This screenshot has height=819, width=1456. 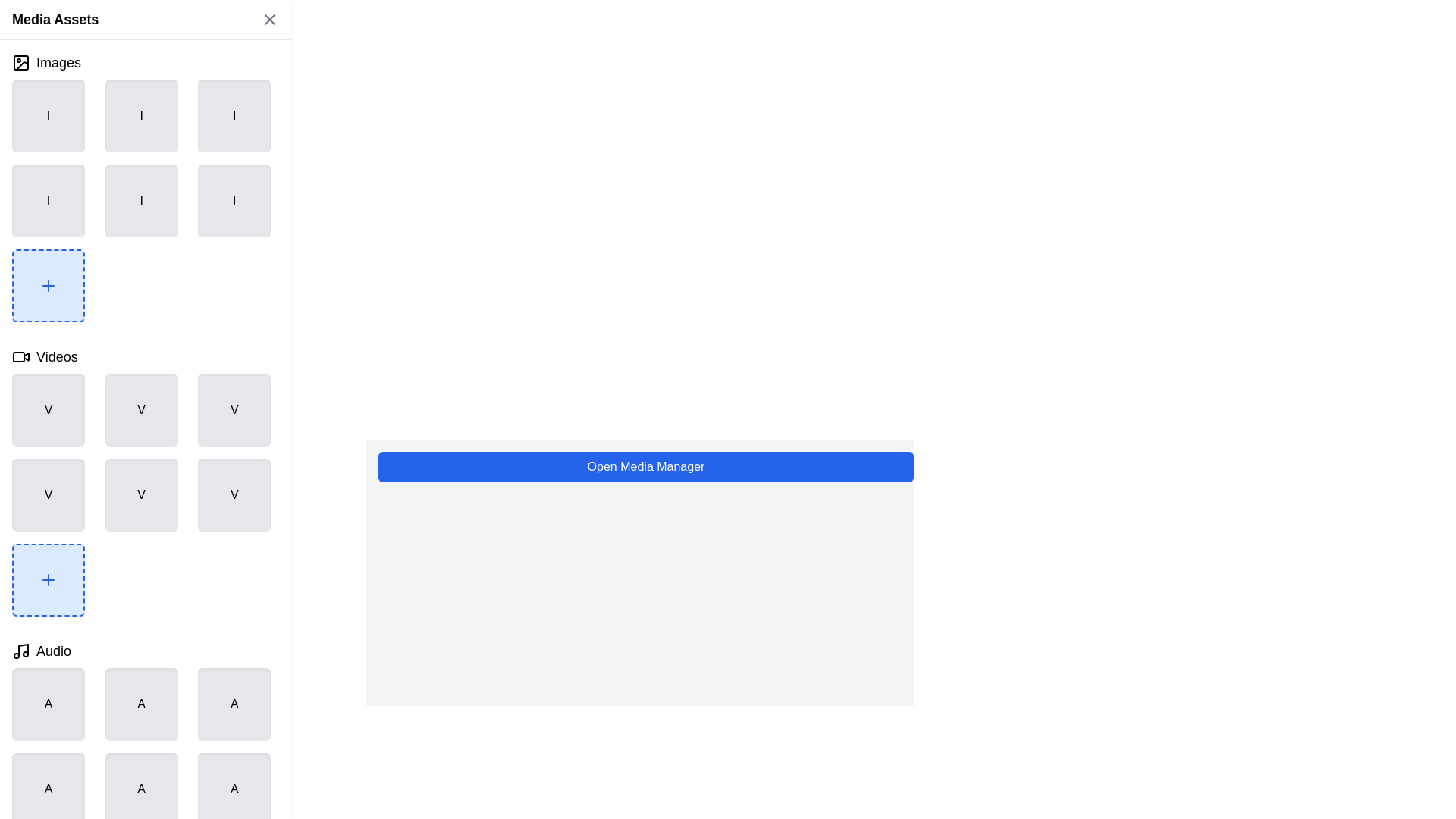 I want to click on the Display item placeholder located in the top-left corner of the grid layout, which represents an item in the first row and first column, so click(x=48, y=115).